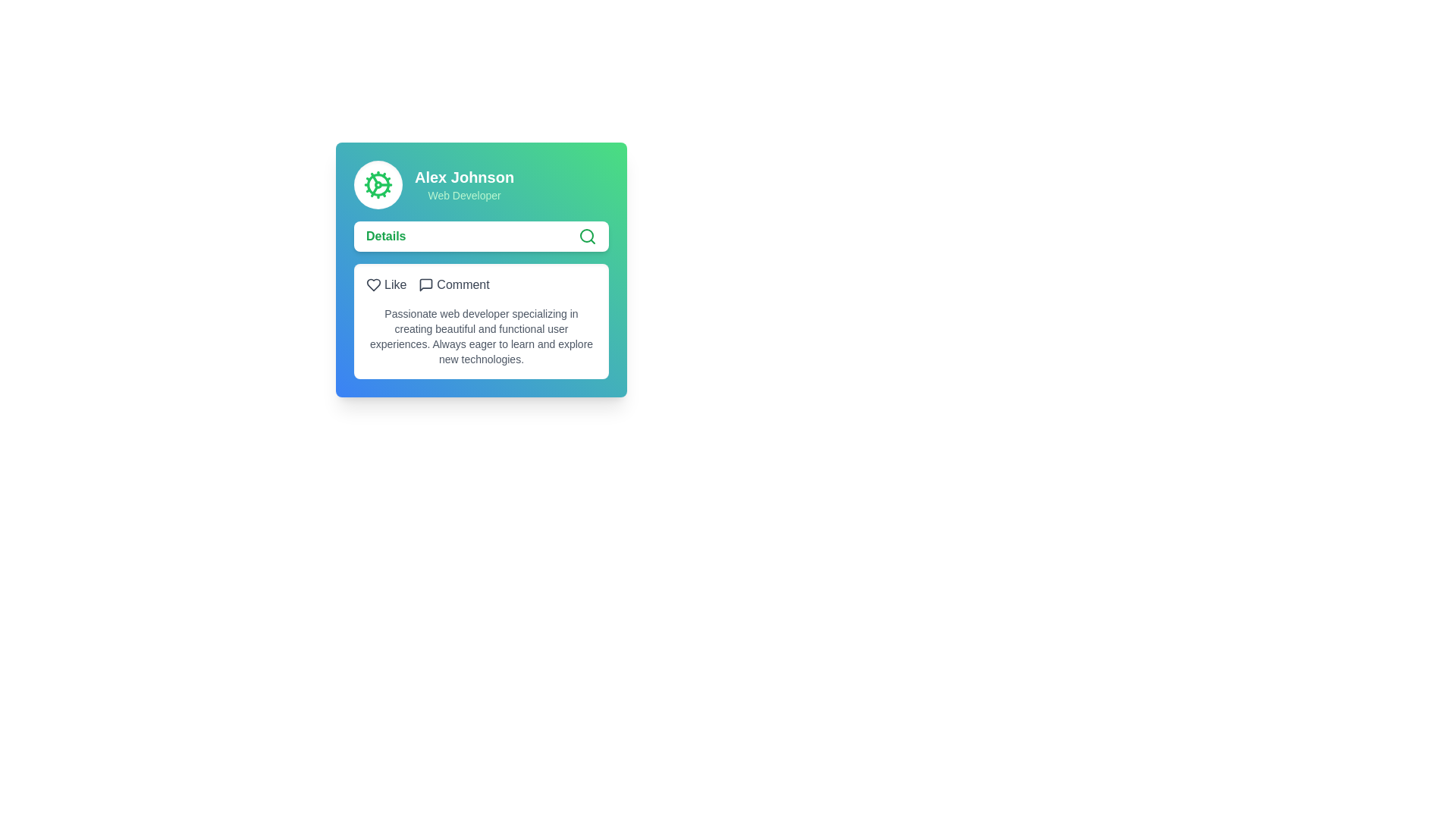  I want to click on text label displaying 'Alex Johnson' which is styled in bold white font against a green background gradient, located at the top of a mini-profile card interface, so click(463, 177).